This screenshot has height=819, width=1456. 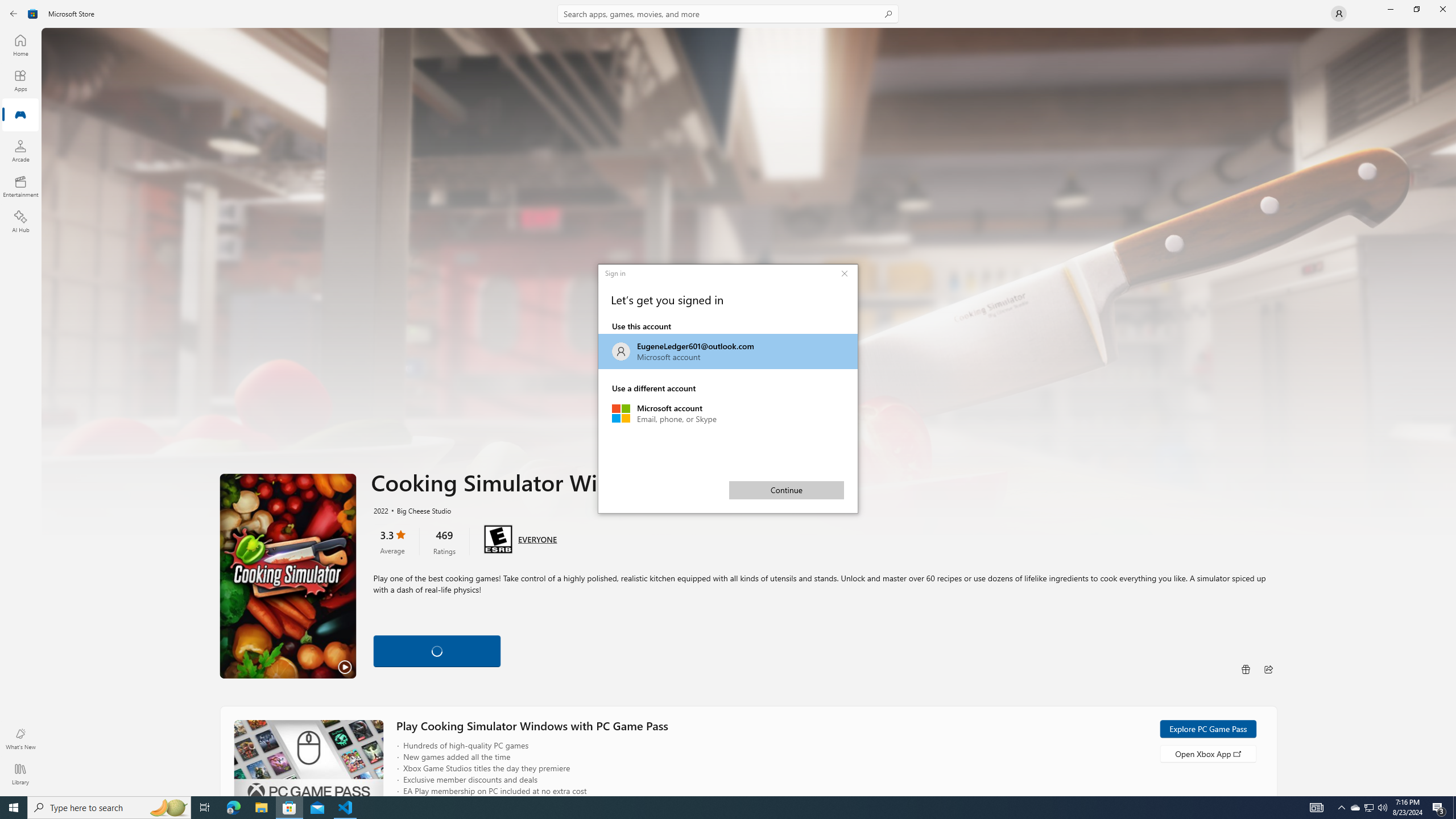 I want to click on 'Vertical Small Increase', so click(x=1451, y=792).